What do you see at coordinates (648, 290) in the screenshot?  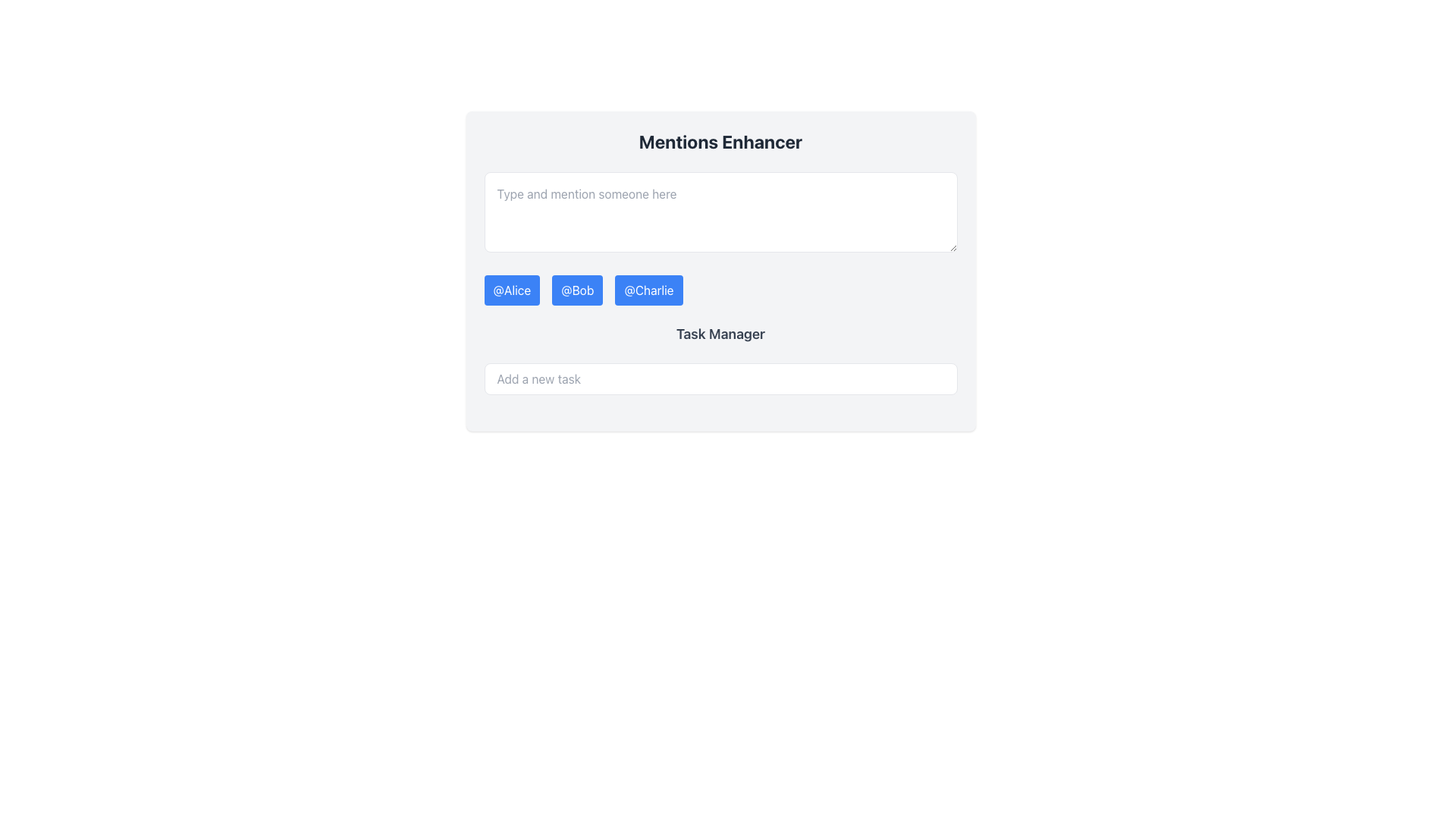 I see `the '@Charlie' button, which is the third button in a horizontal row, to mention '@Charlie' in the input field above` at bounding box center [648, 290].